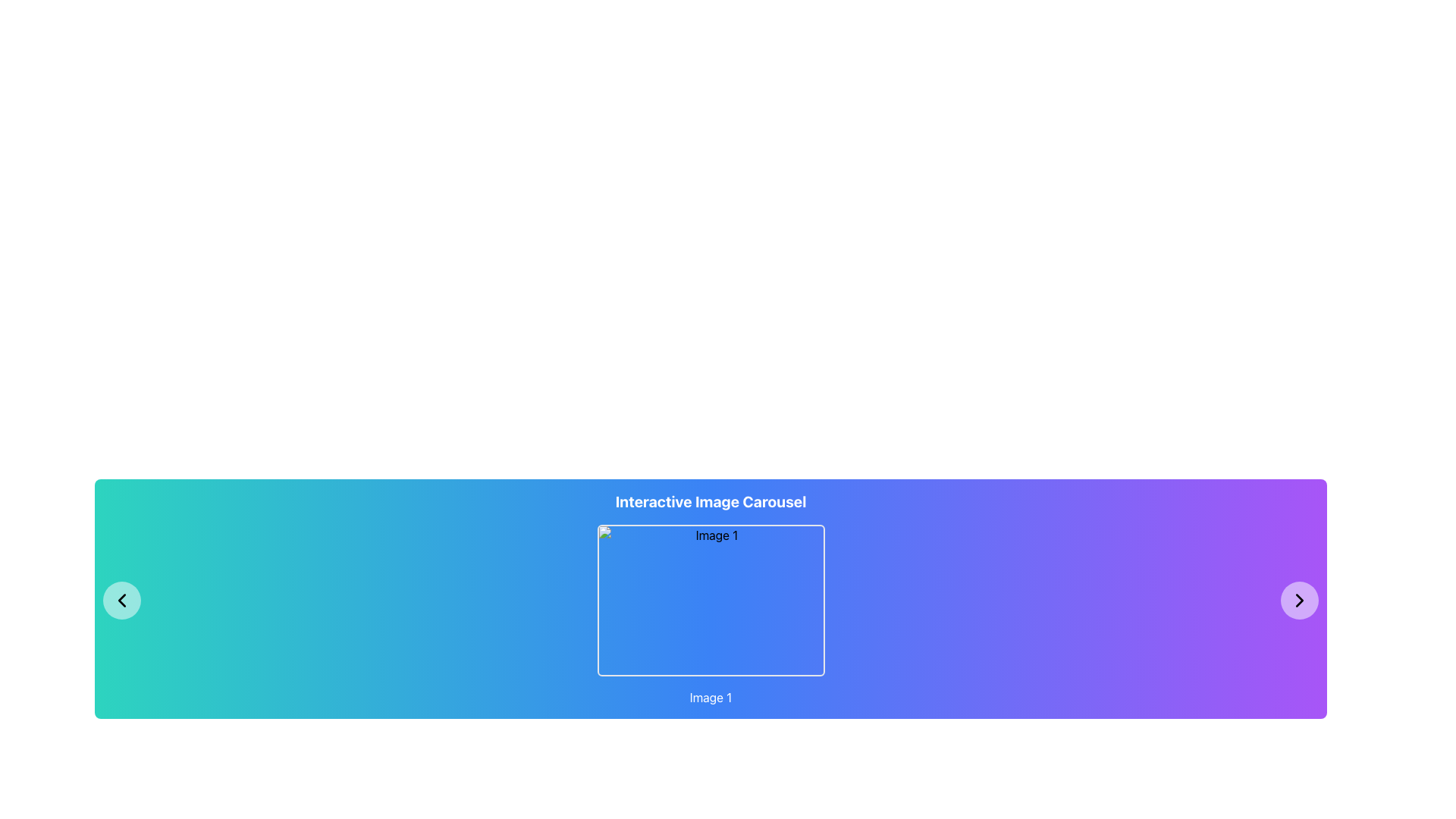  Describe the element at coordinates (122, 599) in the screenshot. I see `the left navigation button icon in the carousel` at that location.